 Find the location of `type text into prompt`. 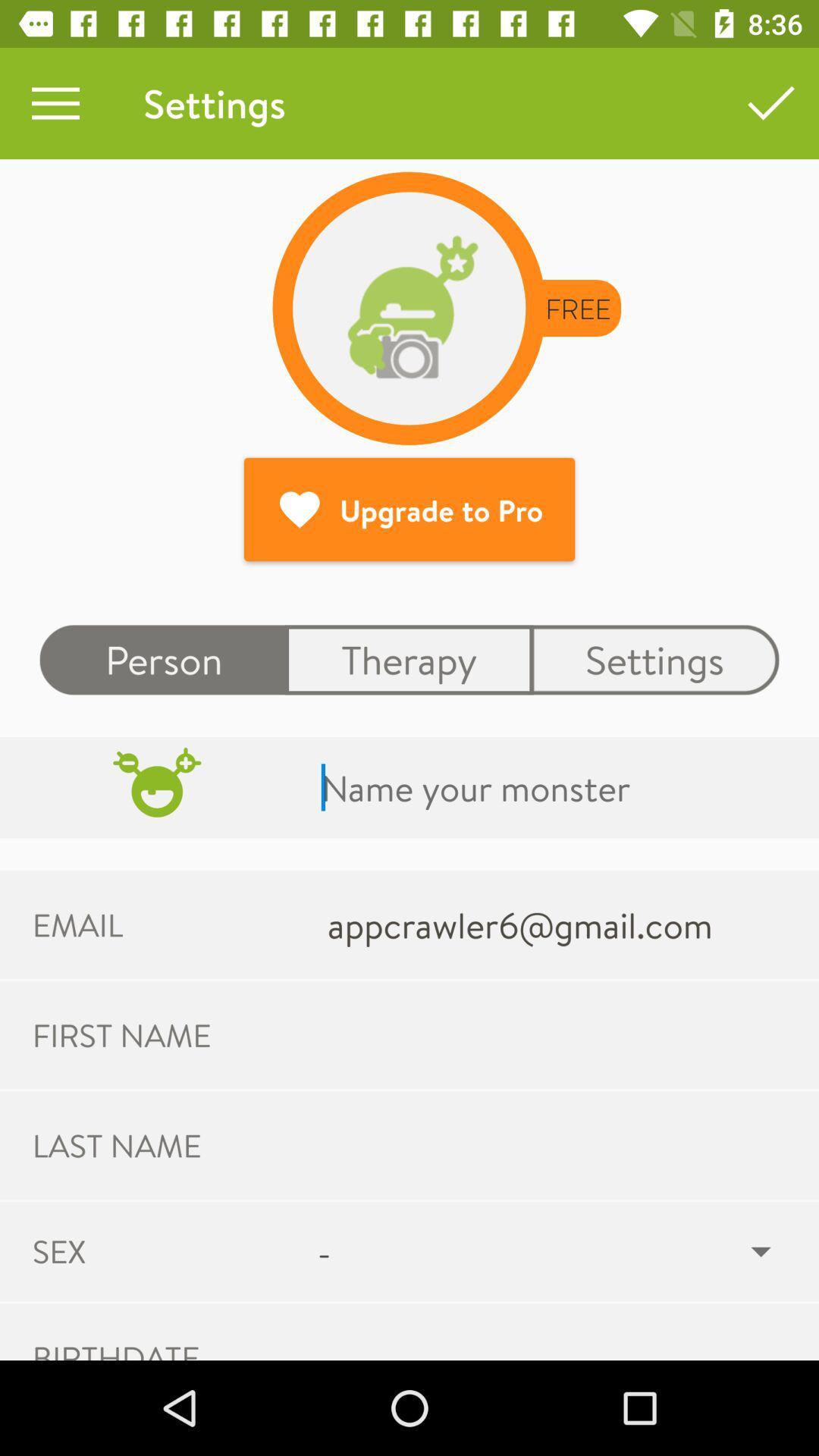

type text into prompt is located at coordinates (555, 787).